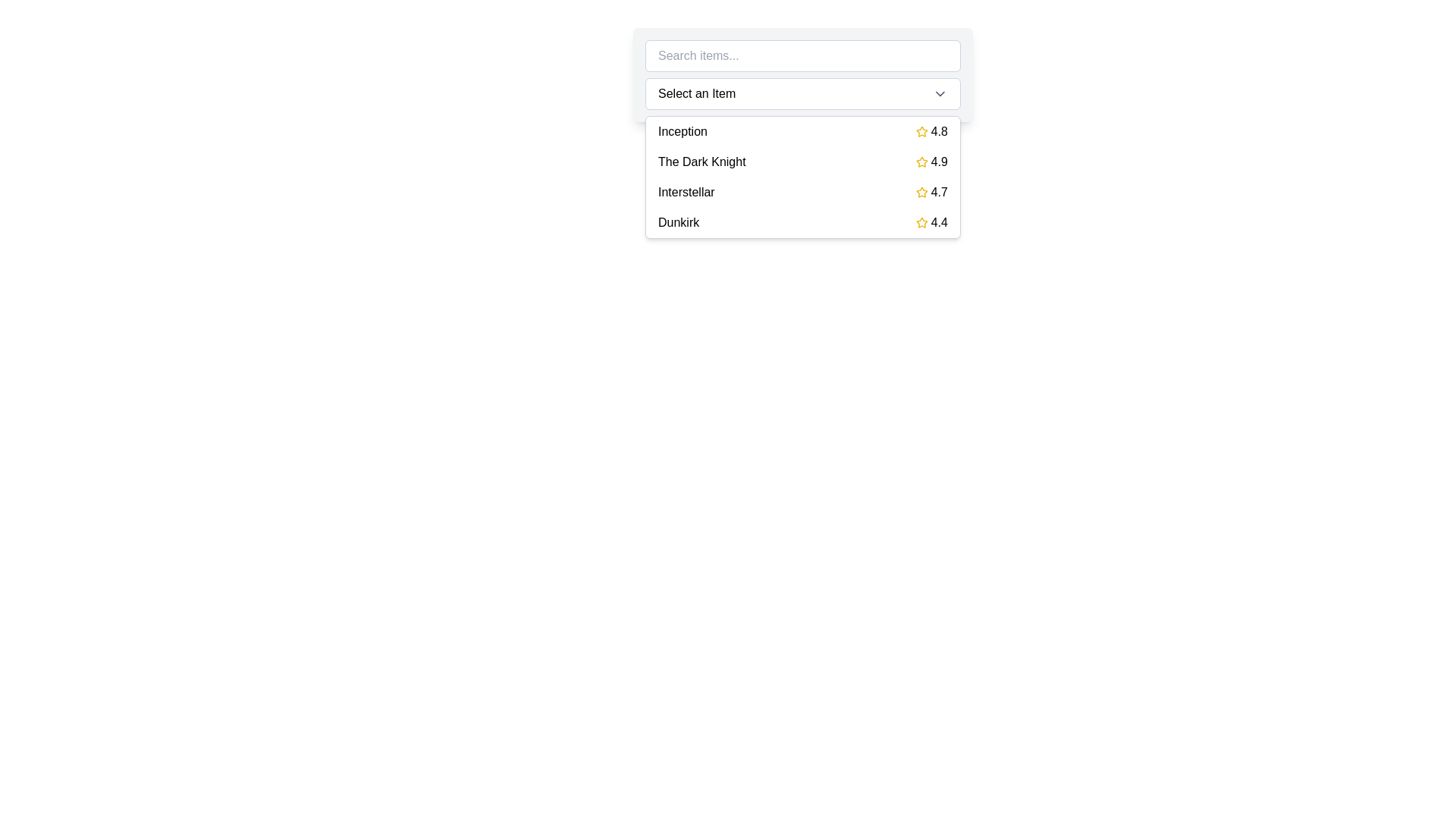 The image size is (1456, 819). I want to click on the rating value of the star icon representing a rating of 4.4 for the item 'Dunkirk', which is located in the fourth row of the list, so click(921, 222).